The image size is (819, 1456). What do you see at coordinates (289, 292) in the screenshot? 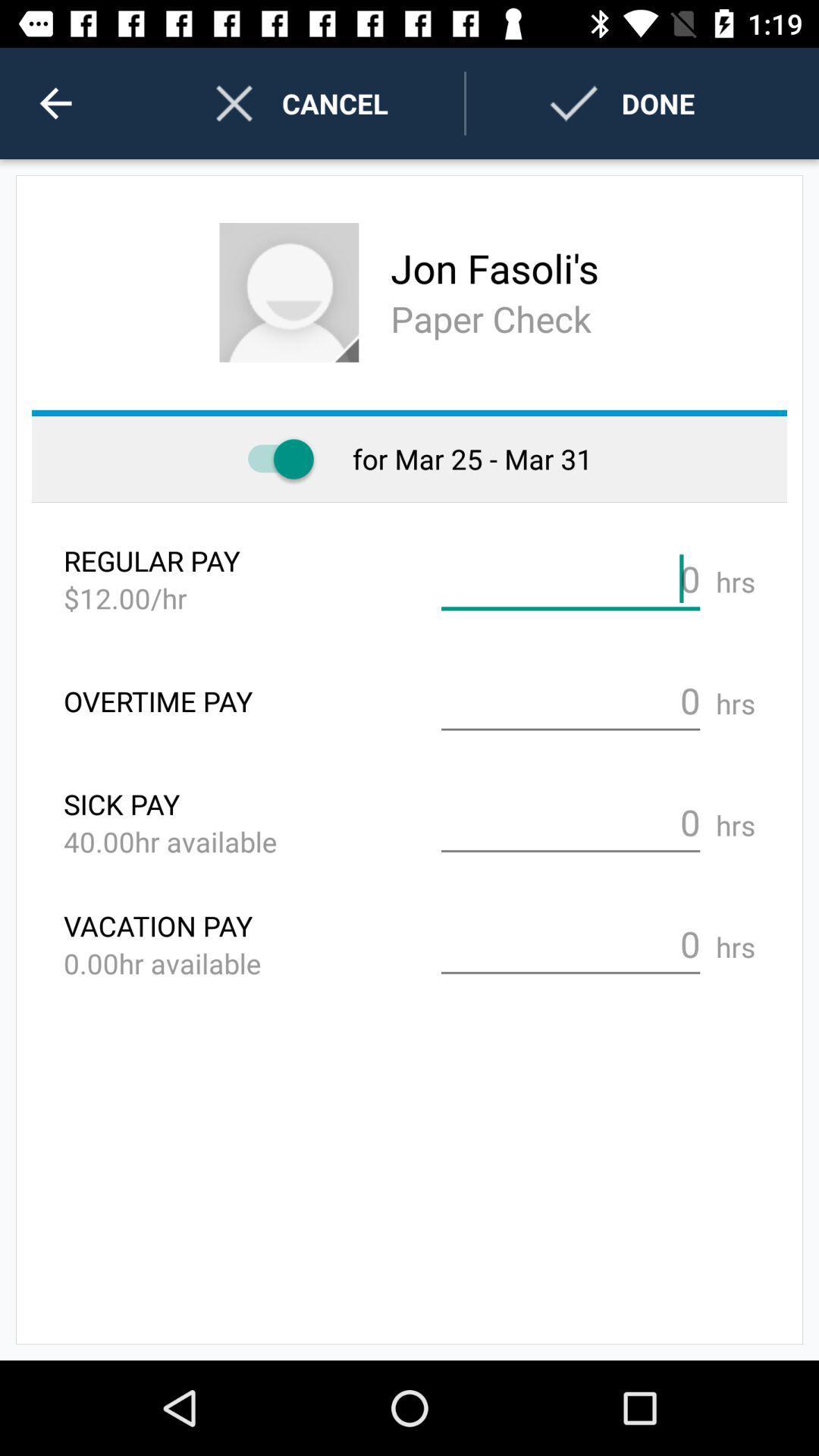
I see `profile picture` at bounding box center [289, 292].